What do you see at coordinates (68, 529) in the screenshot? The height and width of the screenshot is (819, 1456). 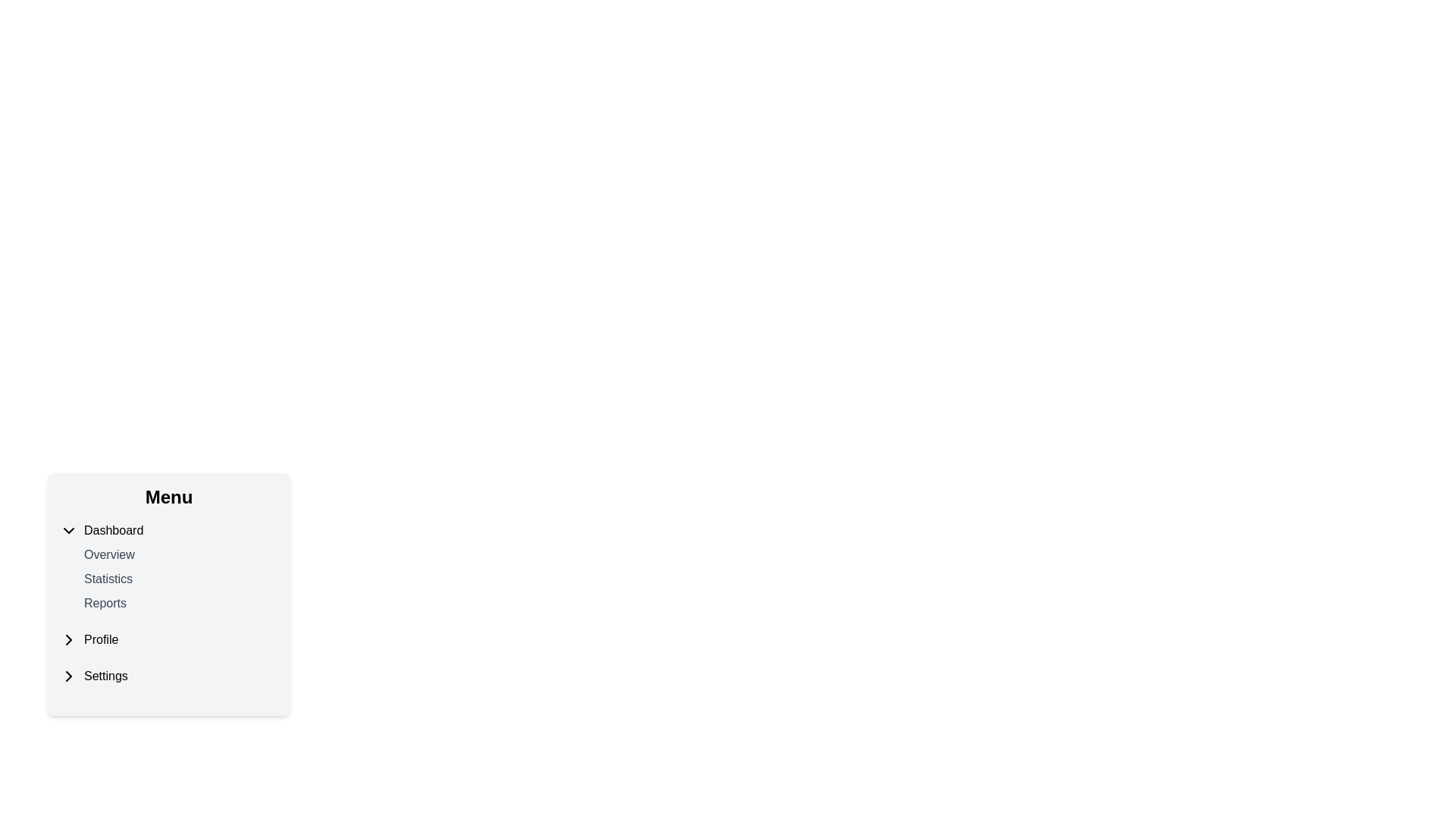 I see `the downward chevron-shaped icon located to the left of the 'Dashboard' text in the vertical menu` at bounding box center [68, 529].